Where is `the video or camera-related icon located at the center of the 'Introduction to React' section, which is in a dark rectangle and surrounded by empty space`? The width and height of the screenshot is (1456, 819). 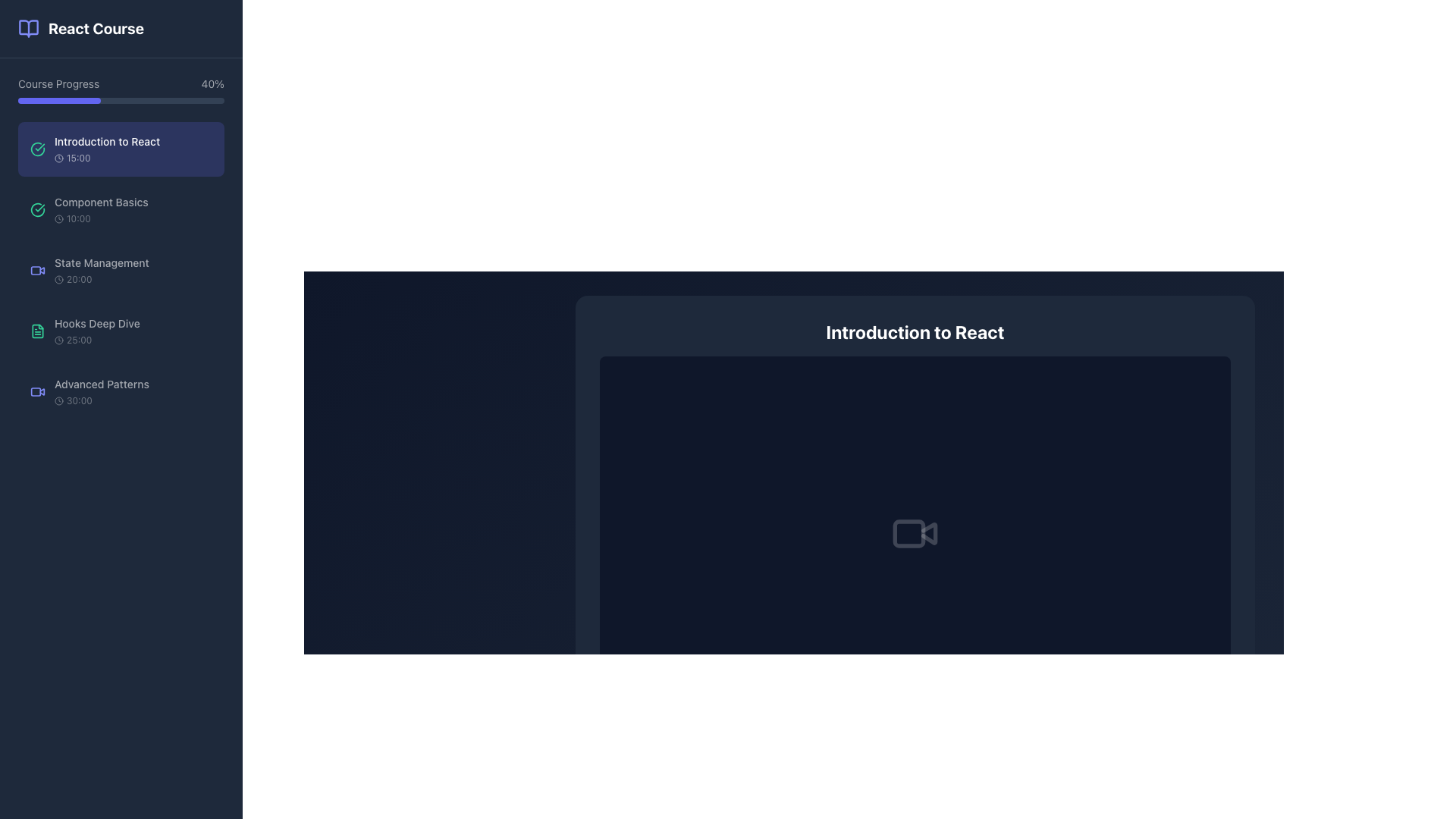
the video or camera-related icon located at the center of the 'Introduction to React' section, which is in a dark rectangle and surrounded by empty space is located at coordinates (914, 533).